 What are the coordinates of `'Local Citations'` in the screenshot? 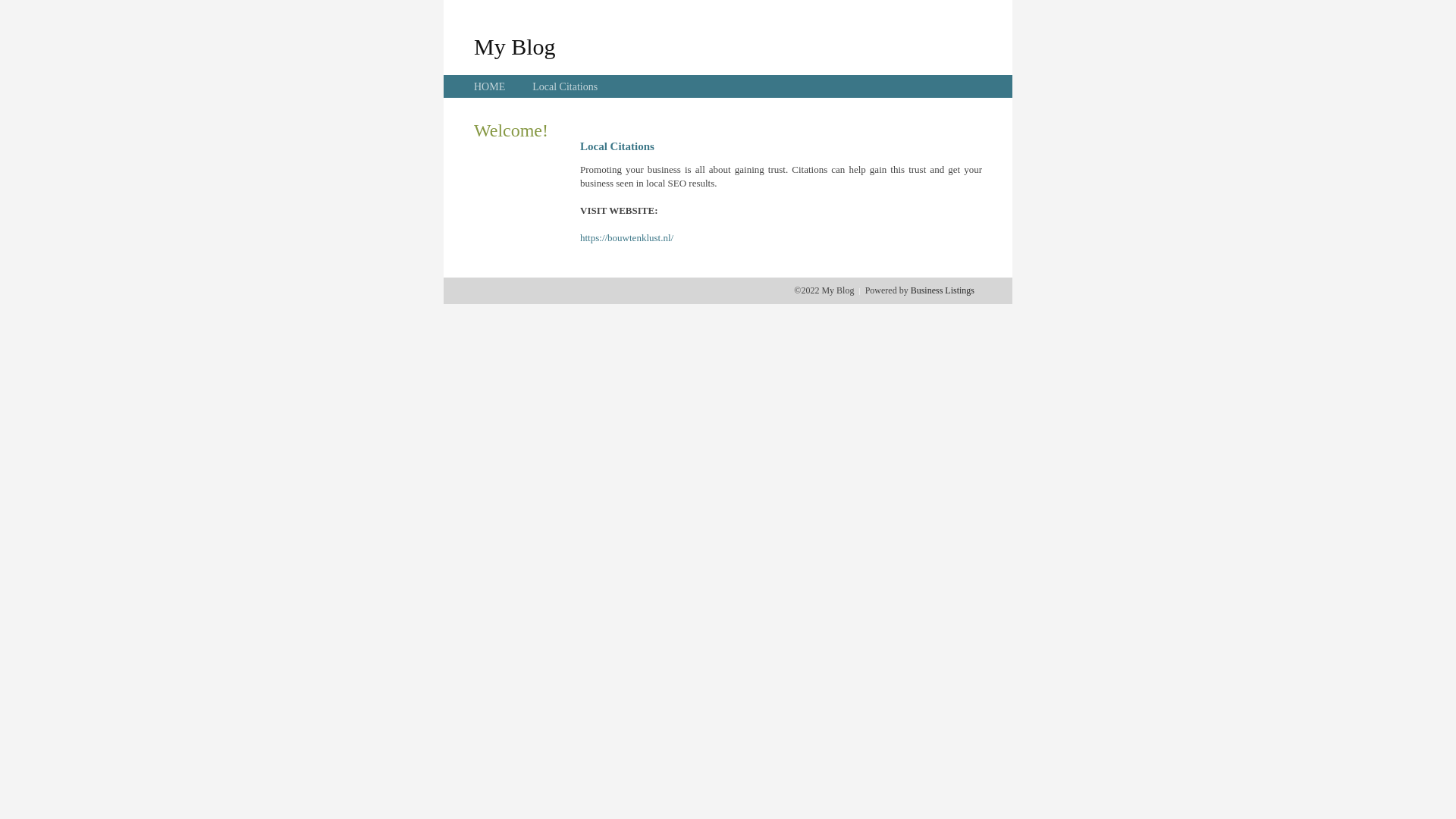 It's located at (563, 86).